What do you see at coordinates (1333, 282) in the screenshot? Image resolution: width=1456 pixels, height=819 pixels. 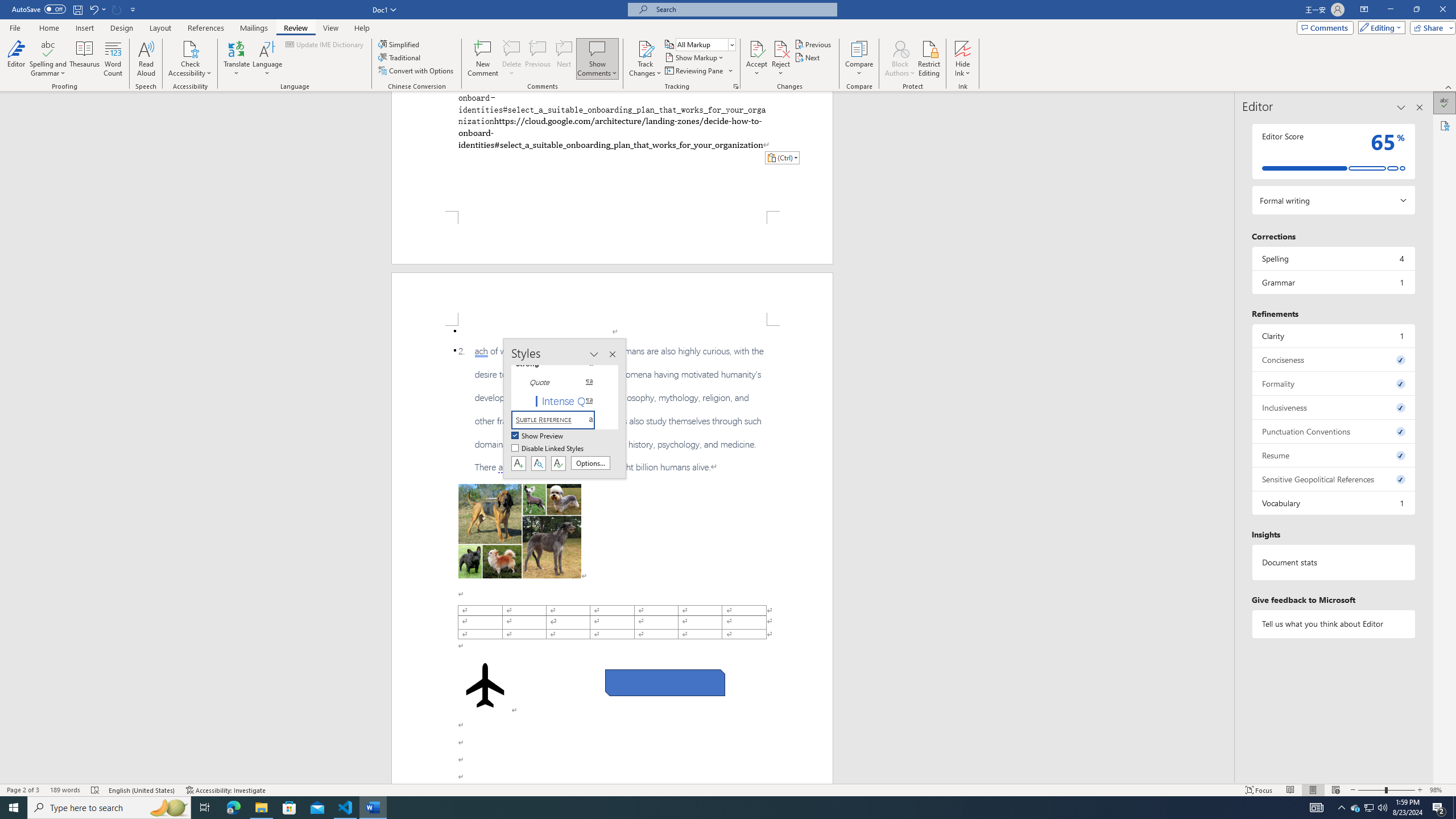 I see `'Grammar, 1 issue. Press space or enter to review items.'` at bounding box center [1333, 282].